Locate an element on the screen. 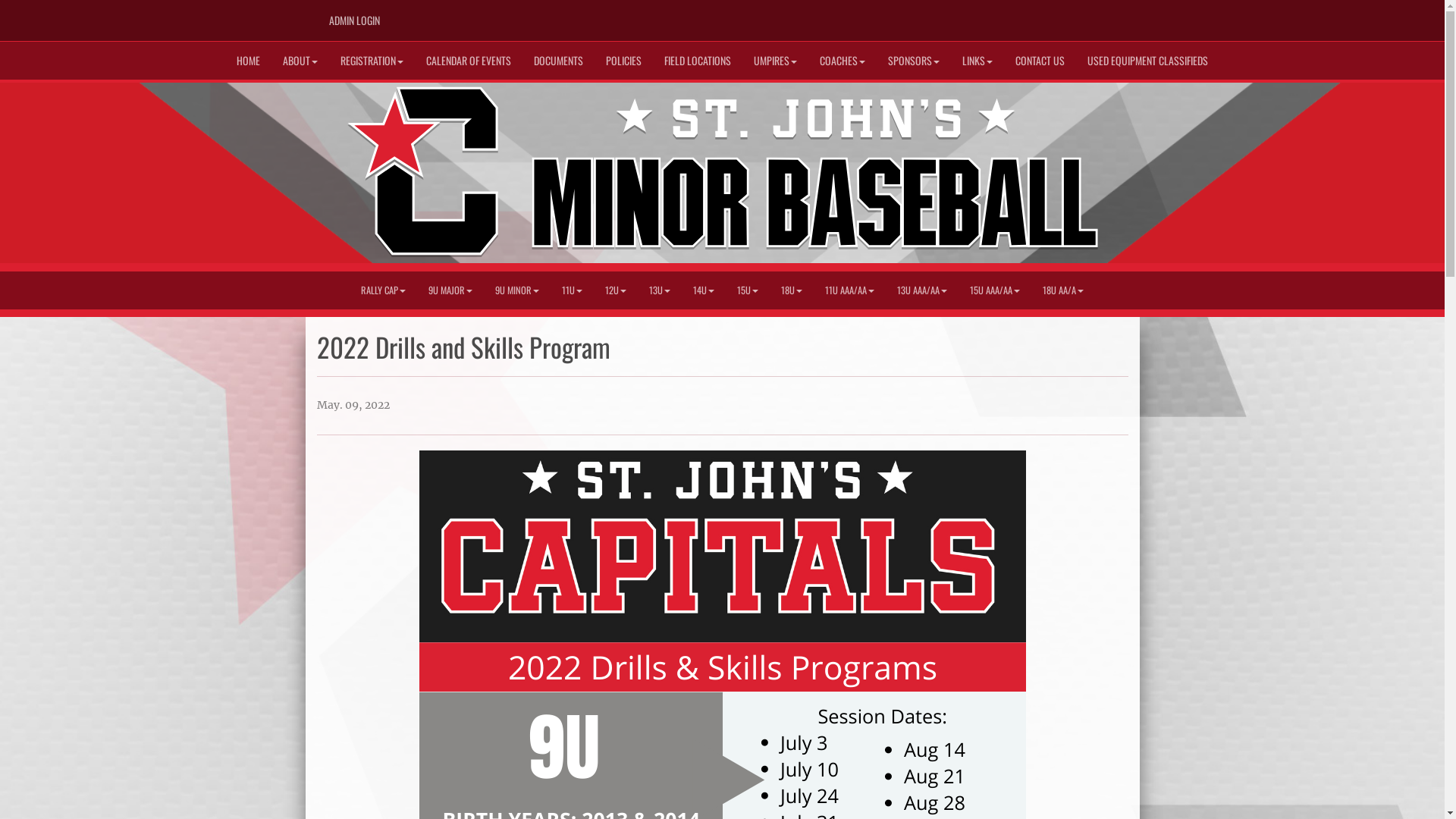 This screenshot has width=1456, height=819. 'ABOUT' is located at coordinates (271, 60).